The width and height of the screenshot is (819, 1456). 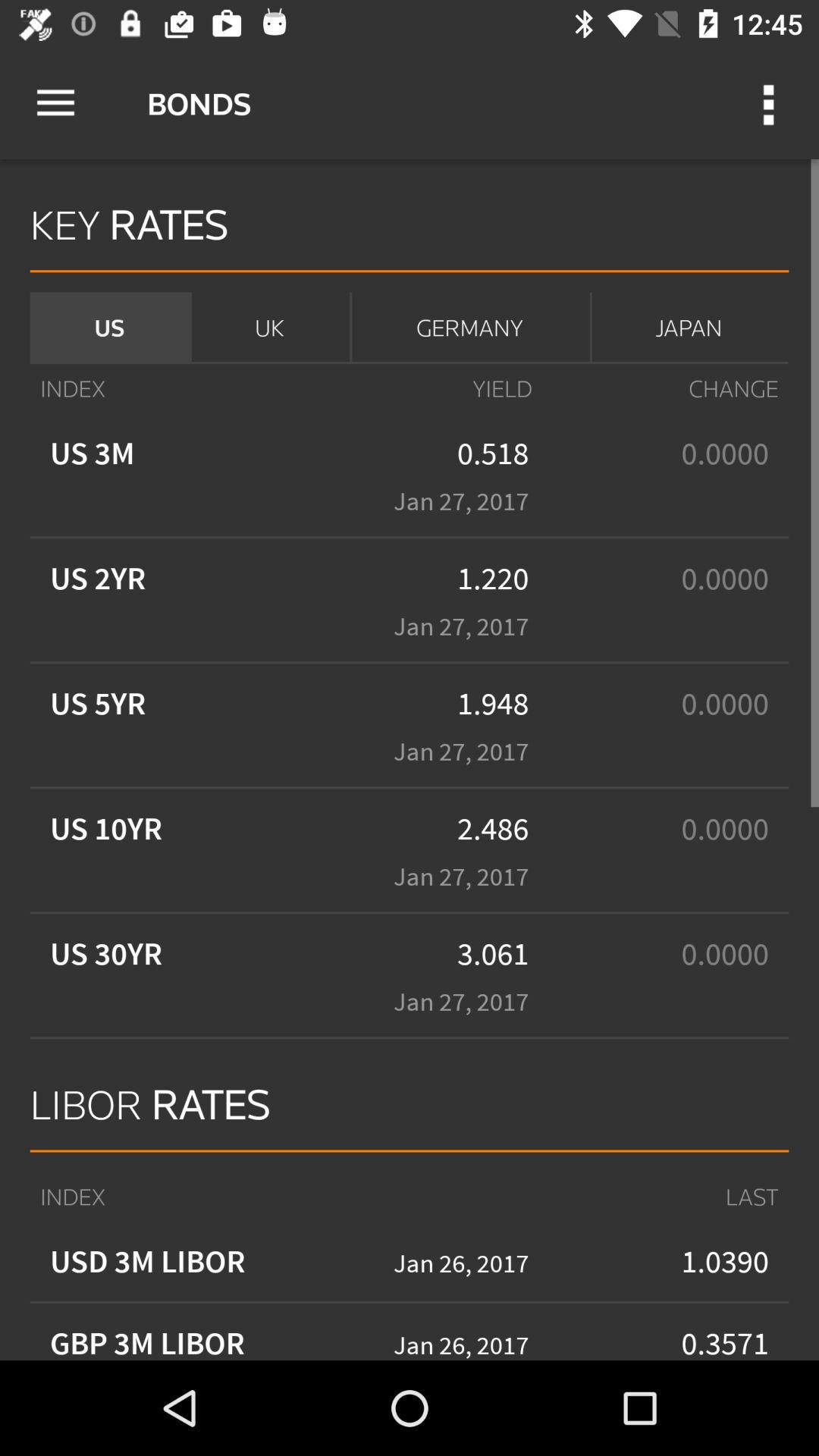 I want to click on text uk, so click(x=268, y=327).